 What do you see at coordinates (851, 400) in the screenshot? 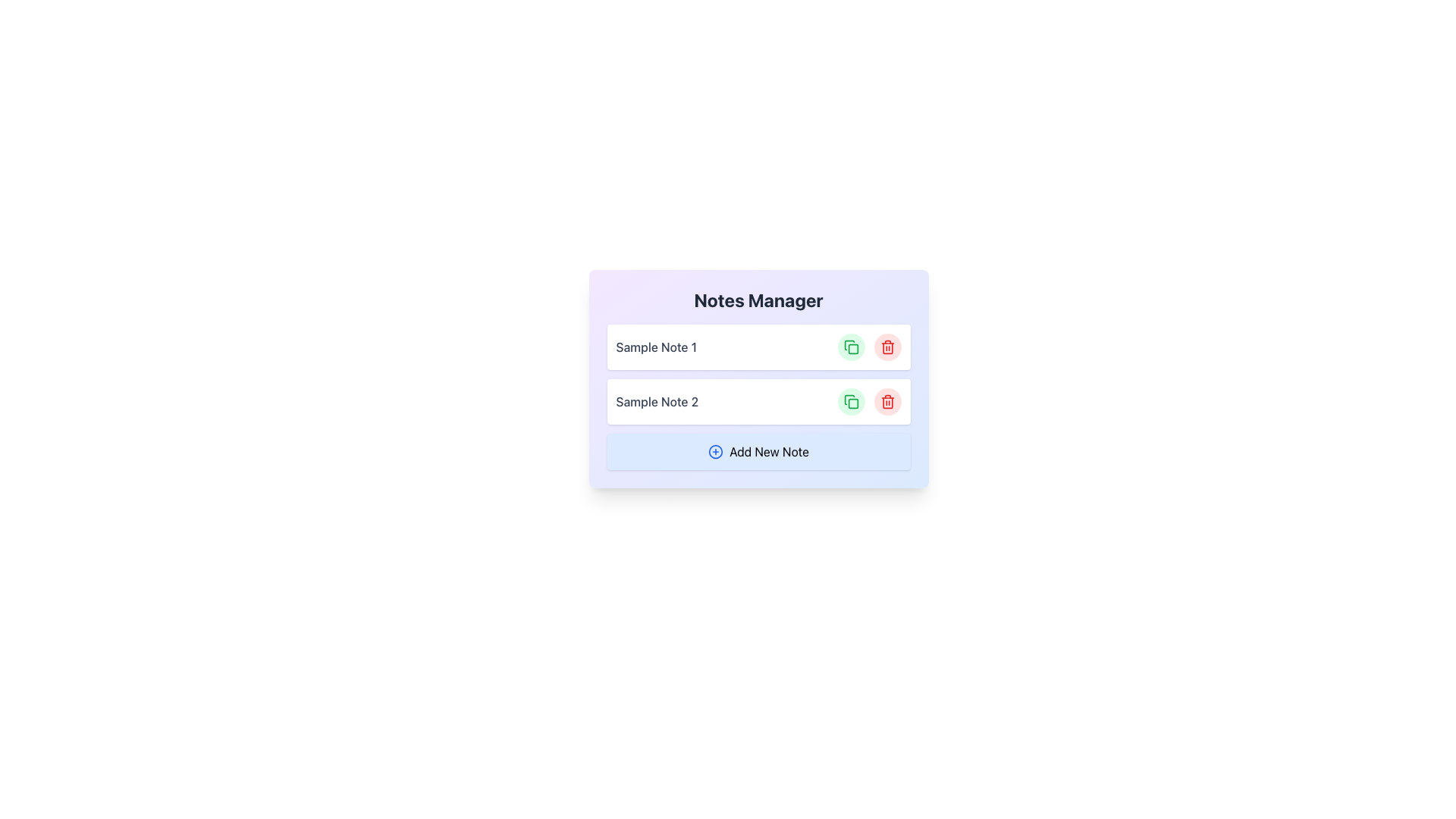
I see `the copy button located at the far right of the 'Sample Note 2' row to duplicate the associated note` at bounding box center [851, 400].